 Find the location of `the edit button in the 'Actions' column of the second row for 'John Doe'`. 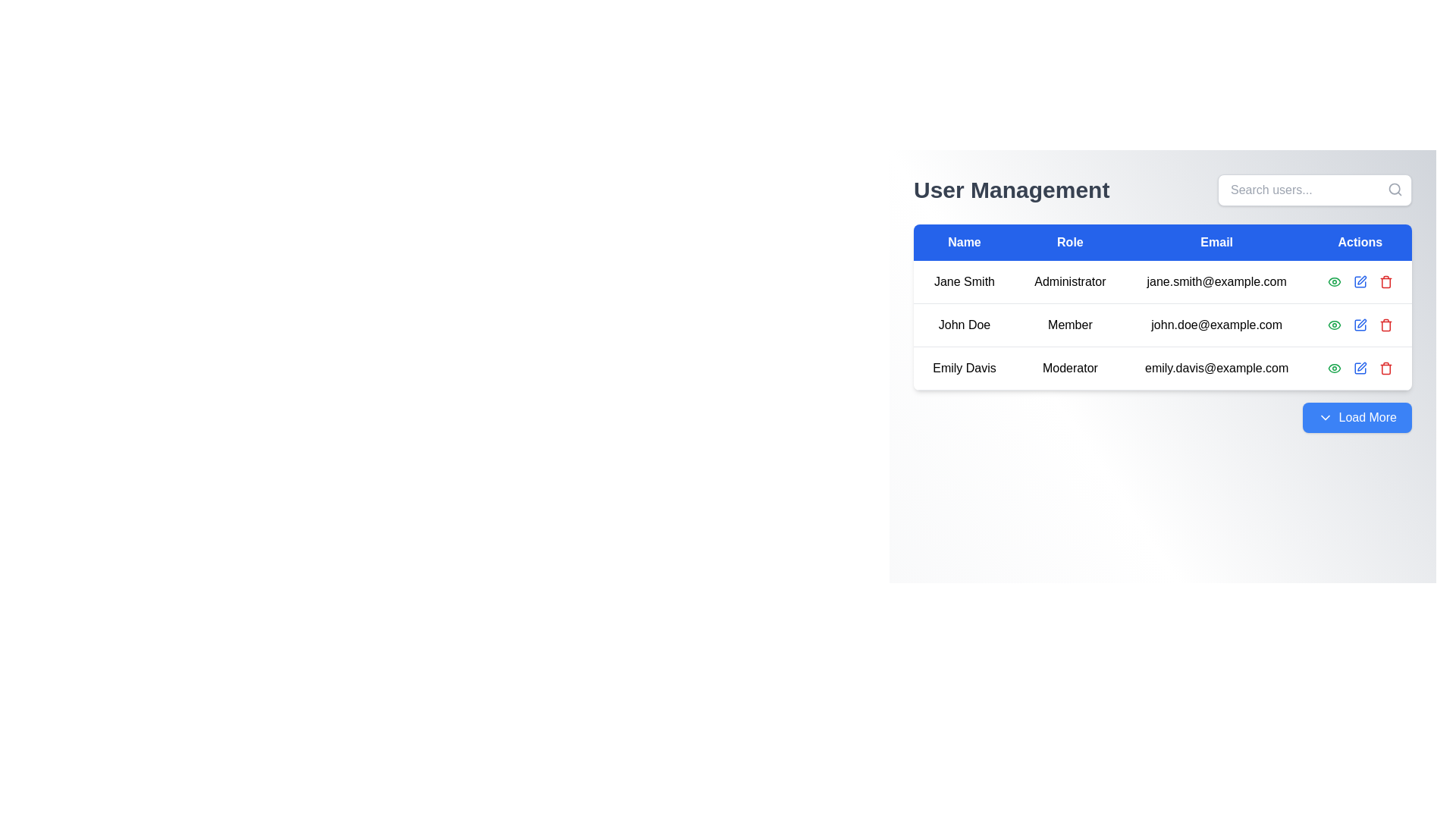

the edit button in the 'Actions' column of the second row for 'John Doe' is located at coordinates (1360, 324).